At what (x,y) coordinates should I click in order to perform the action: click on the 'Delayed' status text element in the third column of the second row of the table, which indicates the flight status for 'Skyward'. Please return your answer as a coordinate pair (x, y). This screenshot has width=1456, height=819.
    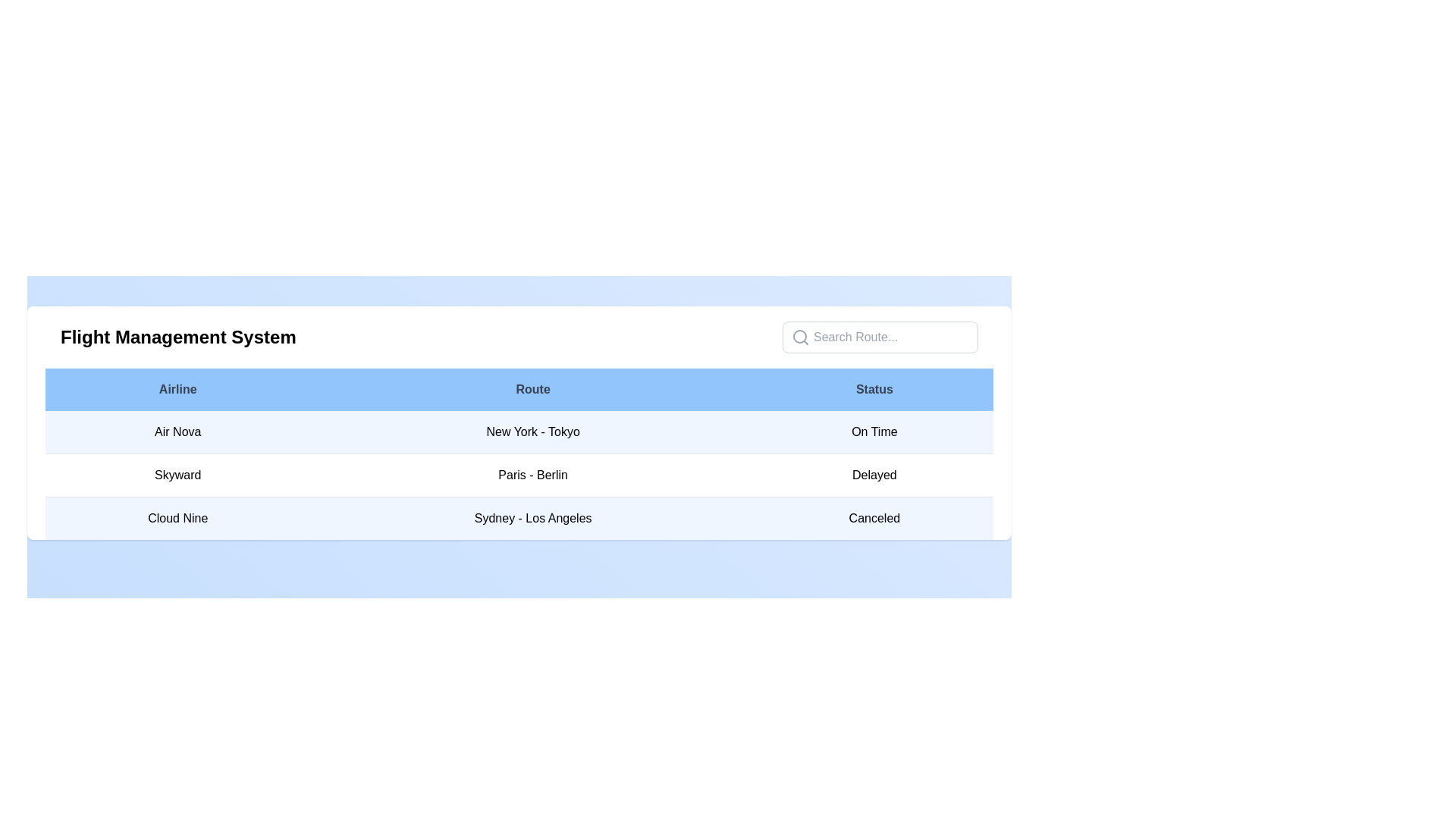
    Looking at the image, I should click on (874, 475).